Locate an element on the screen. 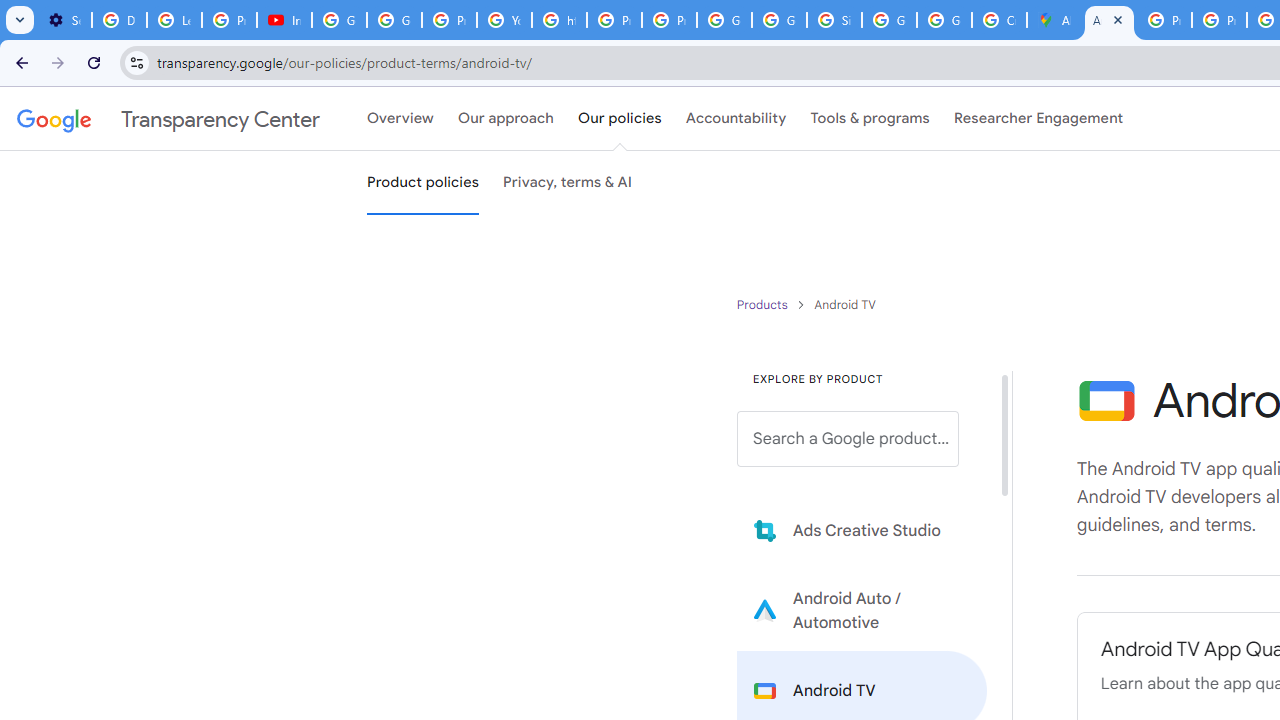  'Search a Google product from below list.' is located at coordinates (848, 438).